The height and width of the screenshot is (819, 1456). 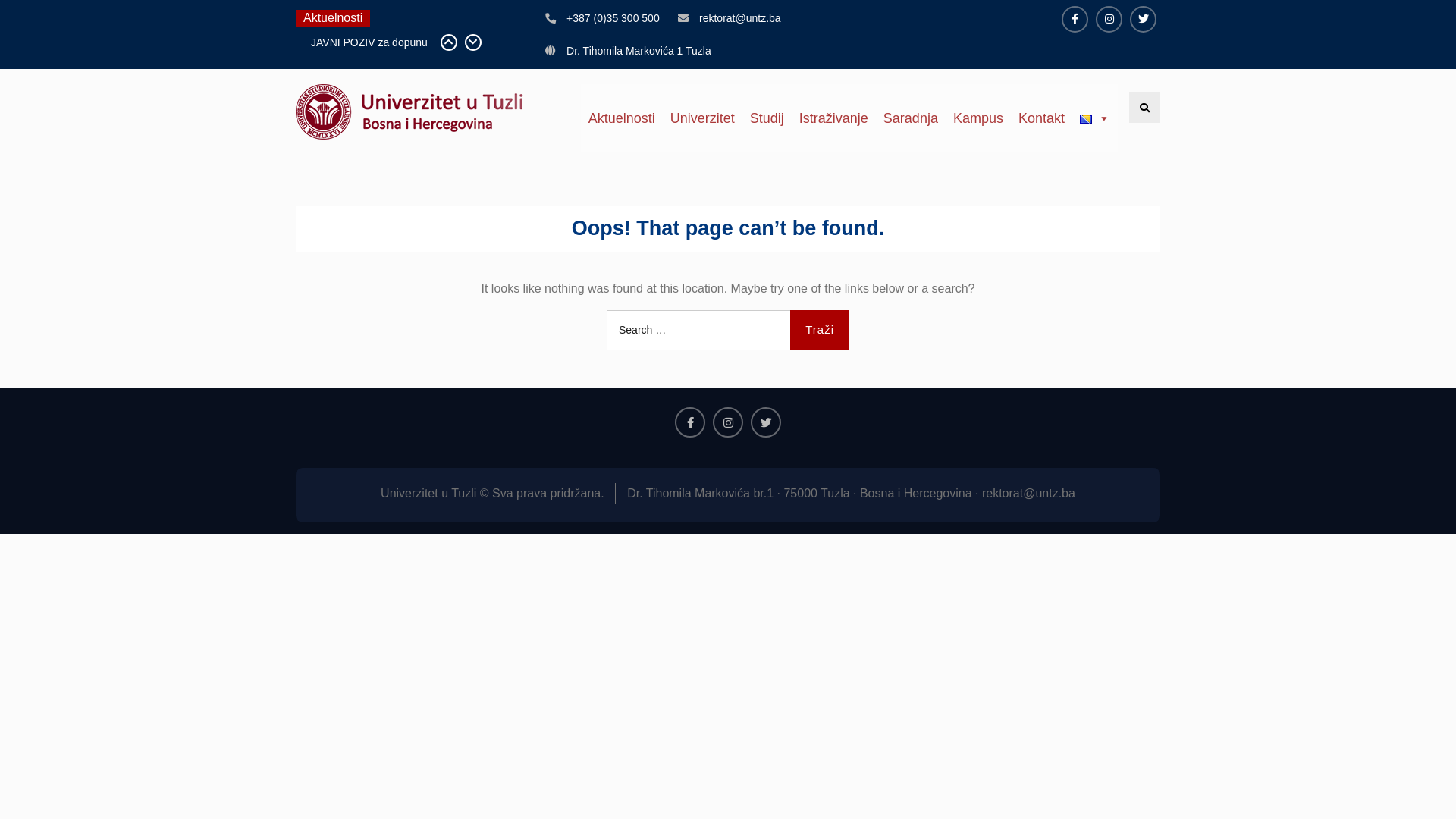 I want to click on 'Aktuelnosti', so click(x=622, y=117).